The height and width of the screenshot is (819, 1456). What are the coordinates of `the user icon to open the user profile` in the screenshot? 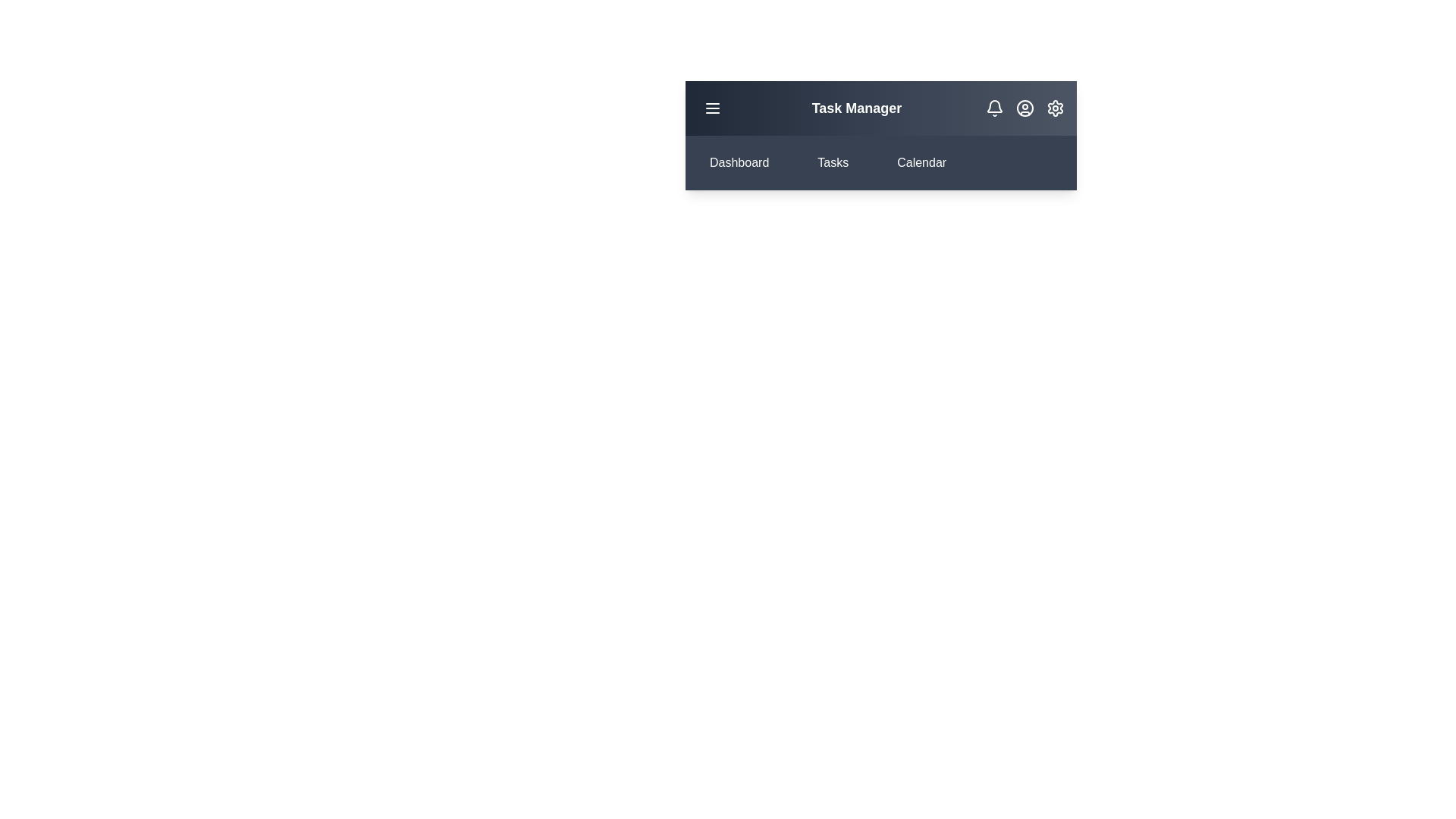 It's located at (1025, 107).